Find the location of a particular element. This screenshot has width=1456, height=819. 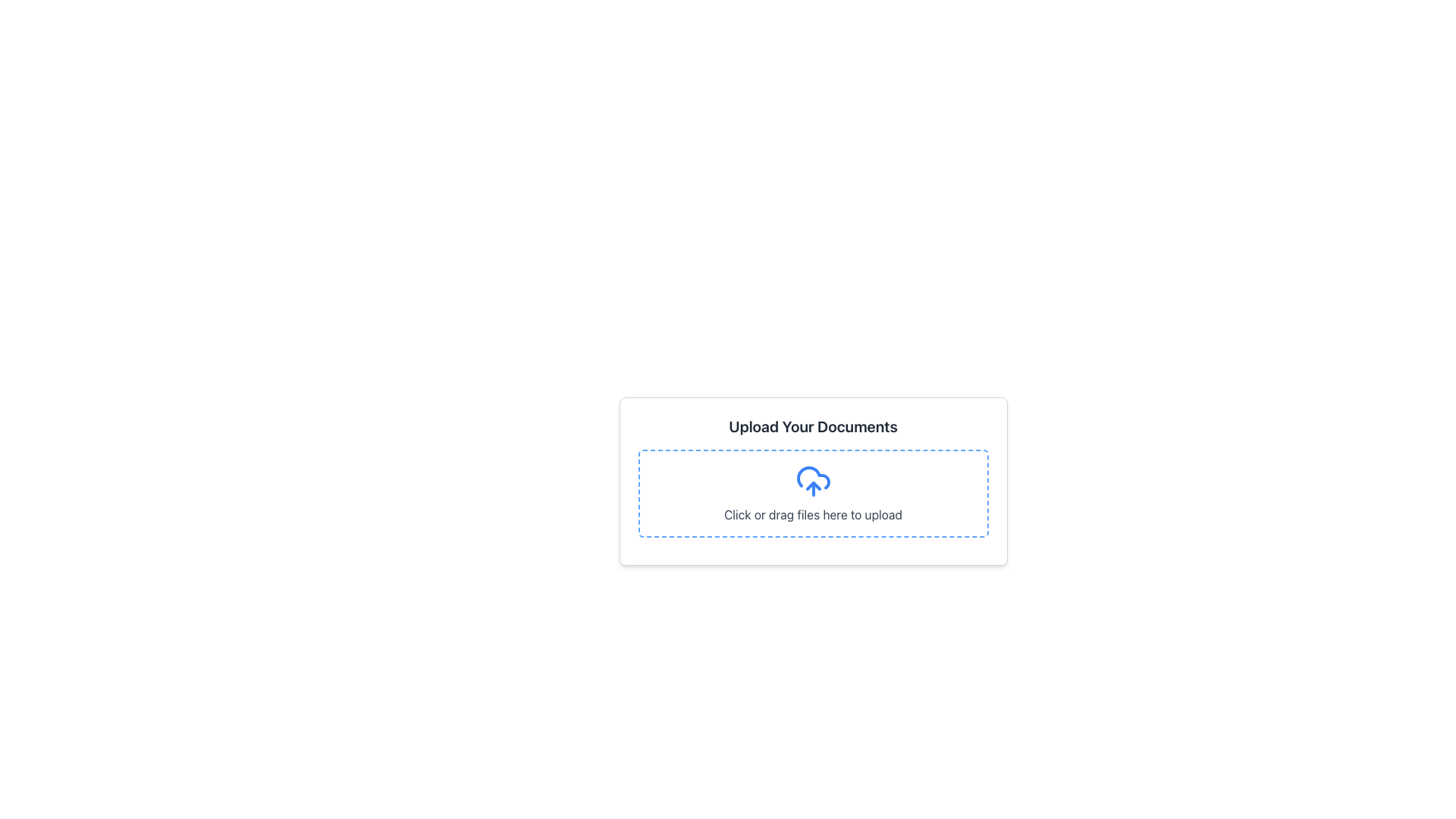

the Dropzone element with dashed blue borders and a cloud upload icon, which is used for file uploads, to provide visual feedback is located at coordinates (812, 497).